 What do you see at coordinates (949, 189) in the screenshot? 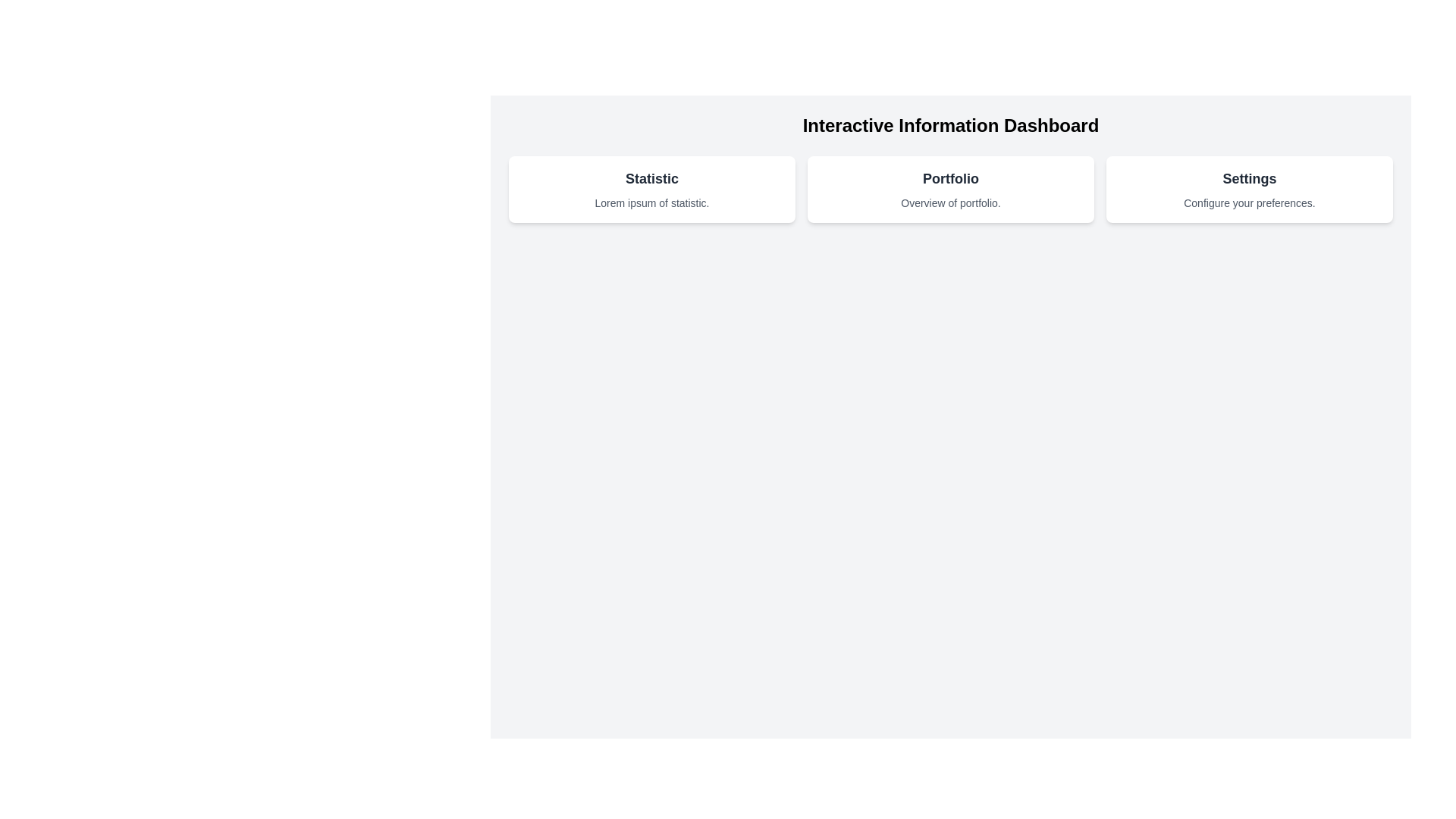
I see `the Portfolio card to view its details or activate its functionality` at bounding box center [949, 189].